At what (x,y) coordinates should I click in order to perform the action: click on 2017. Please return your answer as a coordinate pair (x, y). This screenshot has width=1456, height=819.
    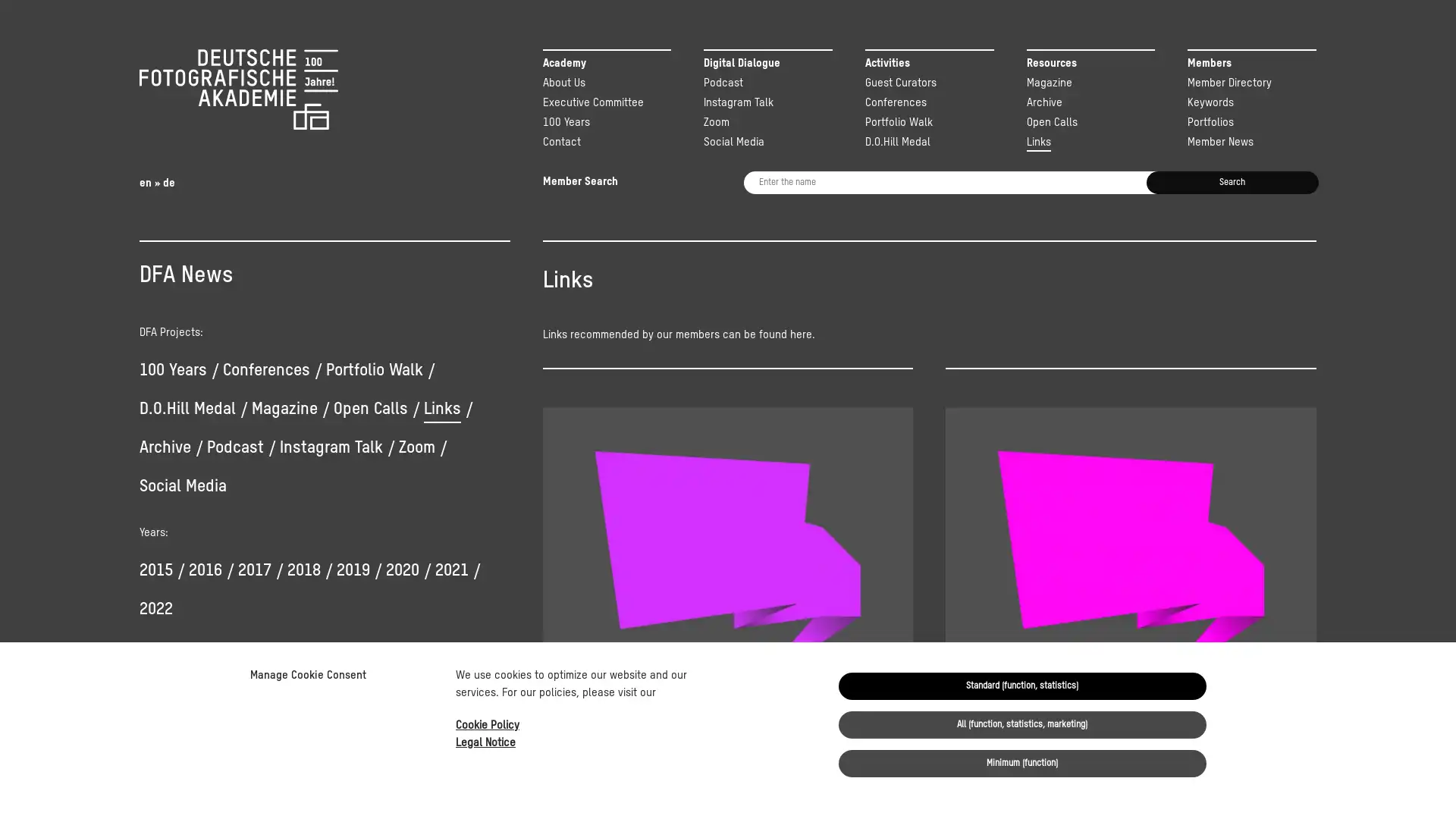
    Looking at the image, I should click on (255, 570).